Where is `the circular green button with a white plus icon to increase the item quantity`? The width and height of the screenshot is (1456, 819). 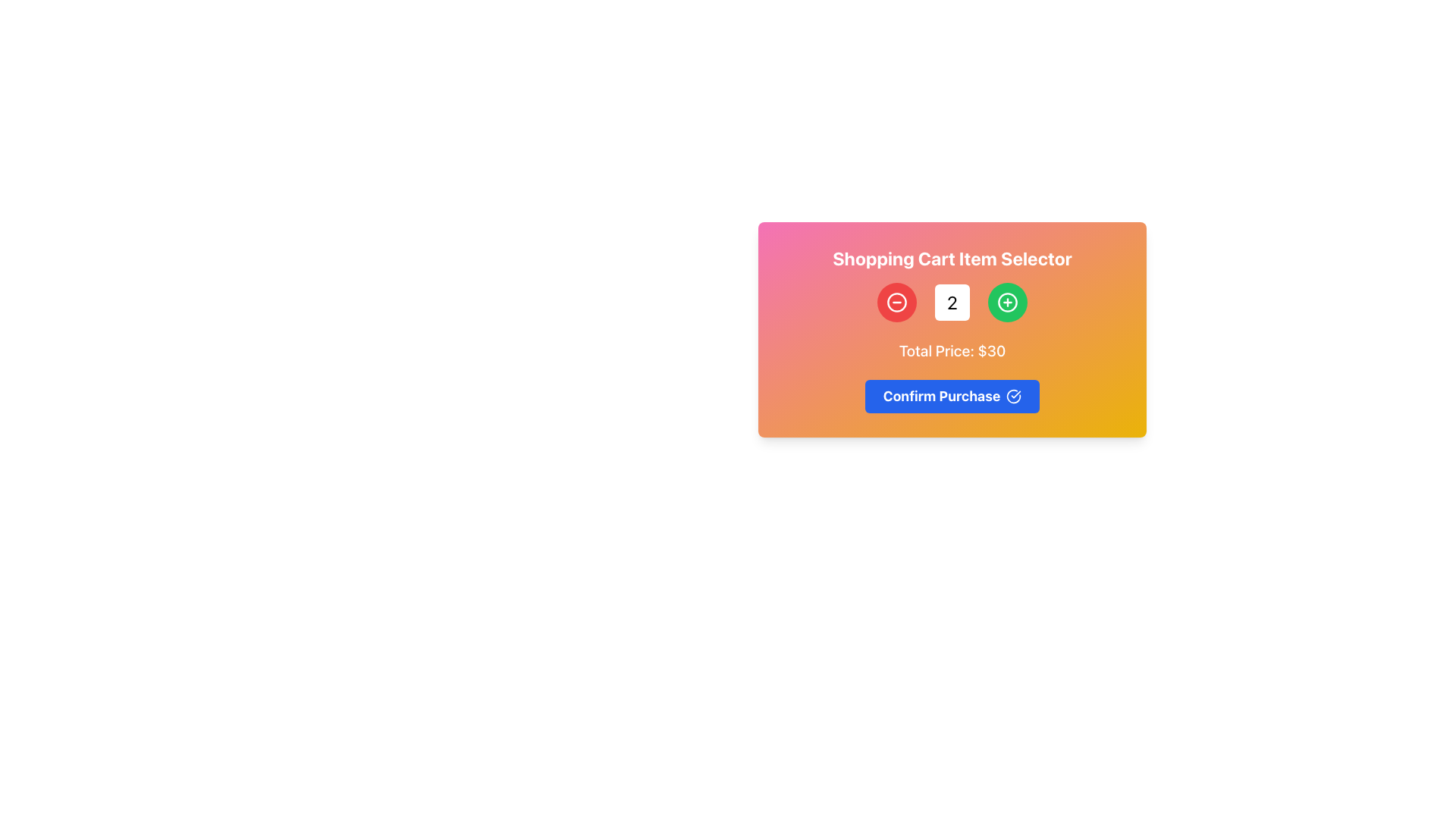
the circular green button with a white plus icon to increase the item quantity is located at coordinates (1007, 302).